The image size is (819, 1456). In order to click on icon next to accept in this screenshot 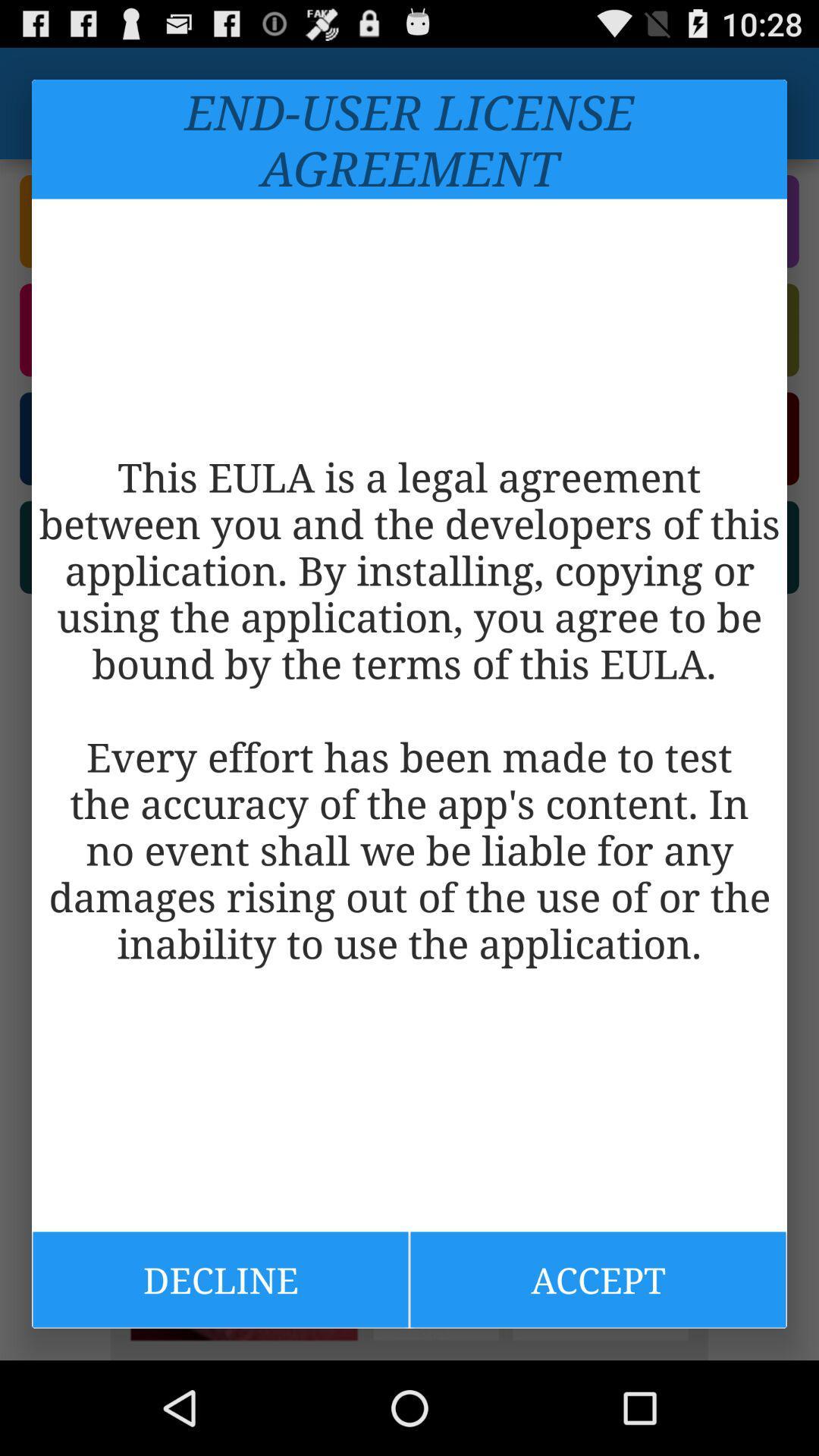, I will do `click(220, 1279)`.